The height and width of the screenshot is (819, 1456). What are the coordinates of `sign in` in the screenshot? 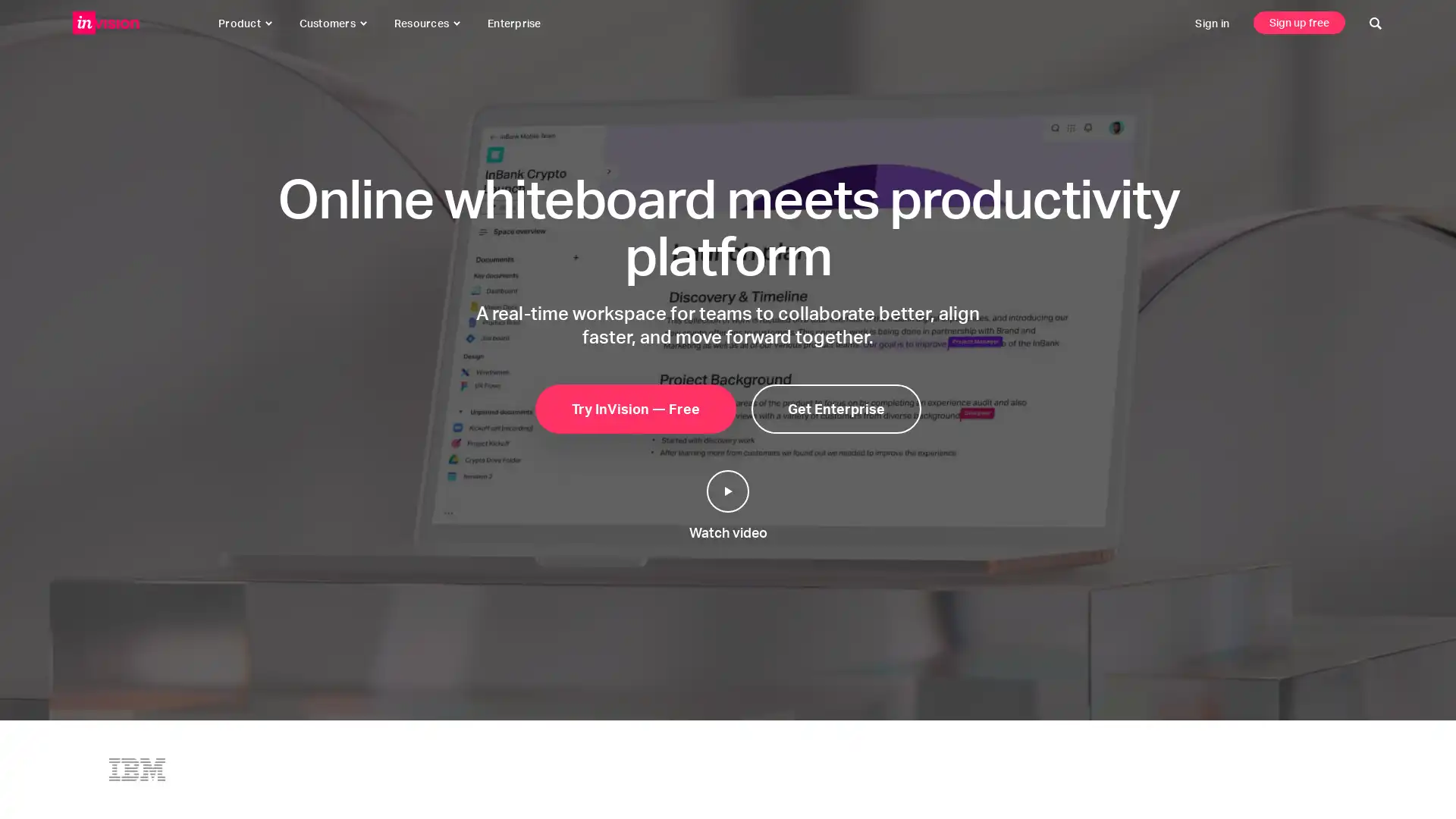 It's located at (1211, 23).